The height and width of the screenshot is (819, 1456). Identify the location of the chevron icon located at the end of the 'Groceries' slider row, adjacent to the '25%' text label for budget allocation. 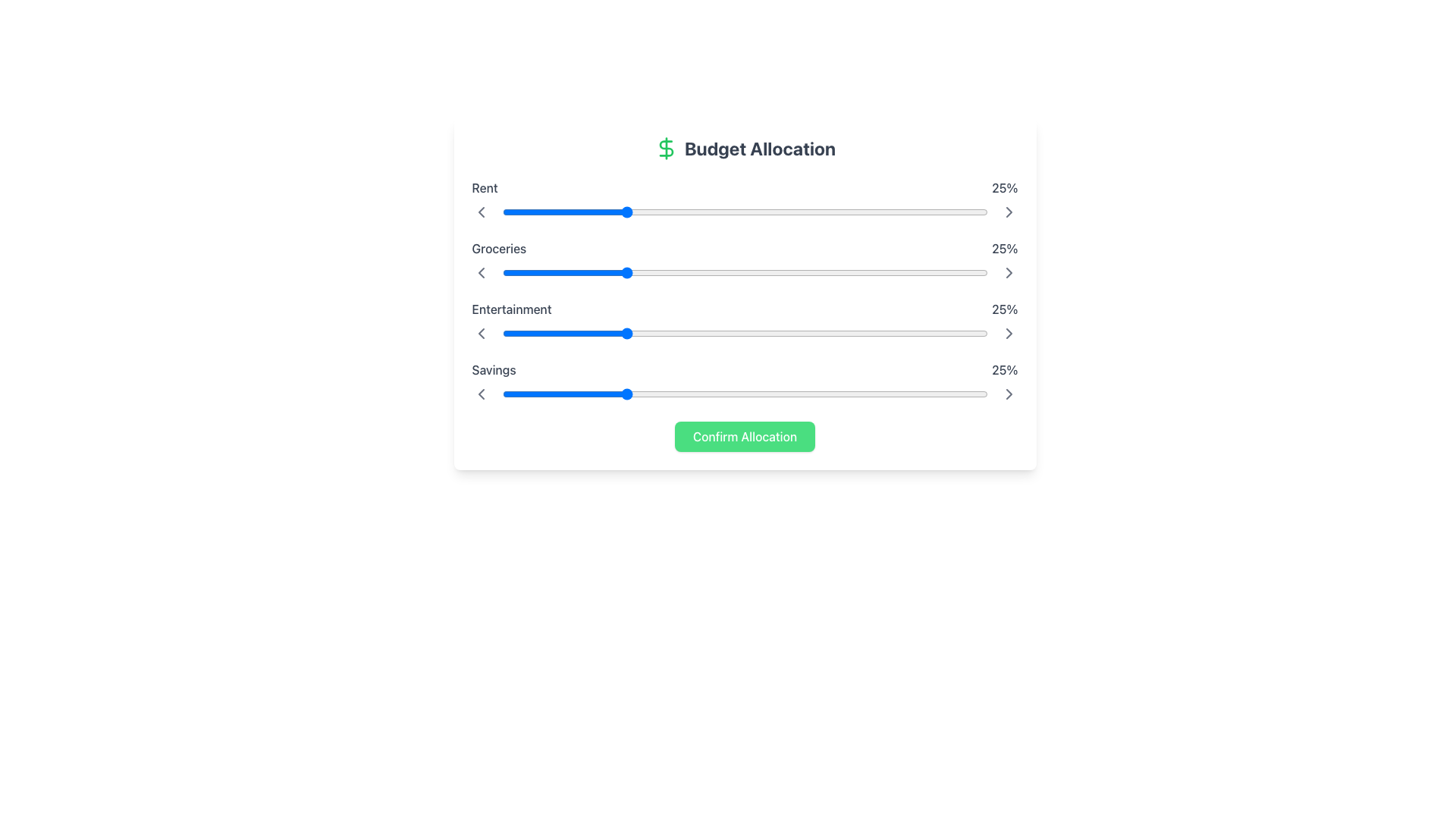
(1009, 212).